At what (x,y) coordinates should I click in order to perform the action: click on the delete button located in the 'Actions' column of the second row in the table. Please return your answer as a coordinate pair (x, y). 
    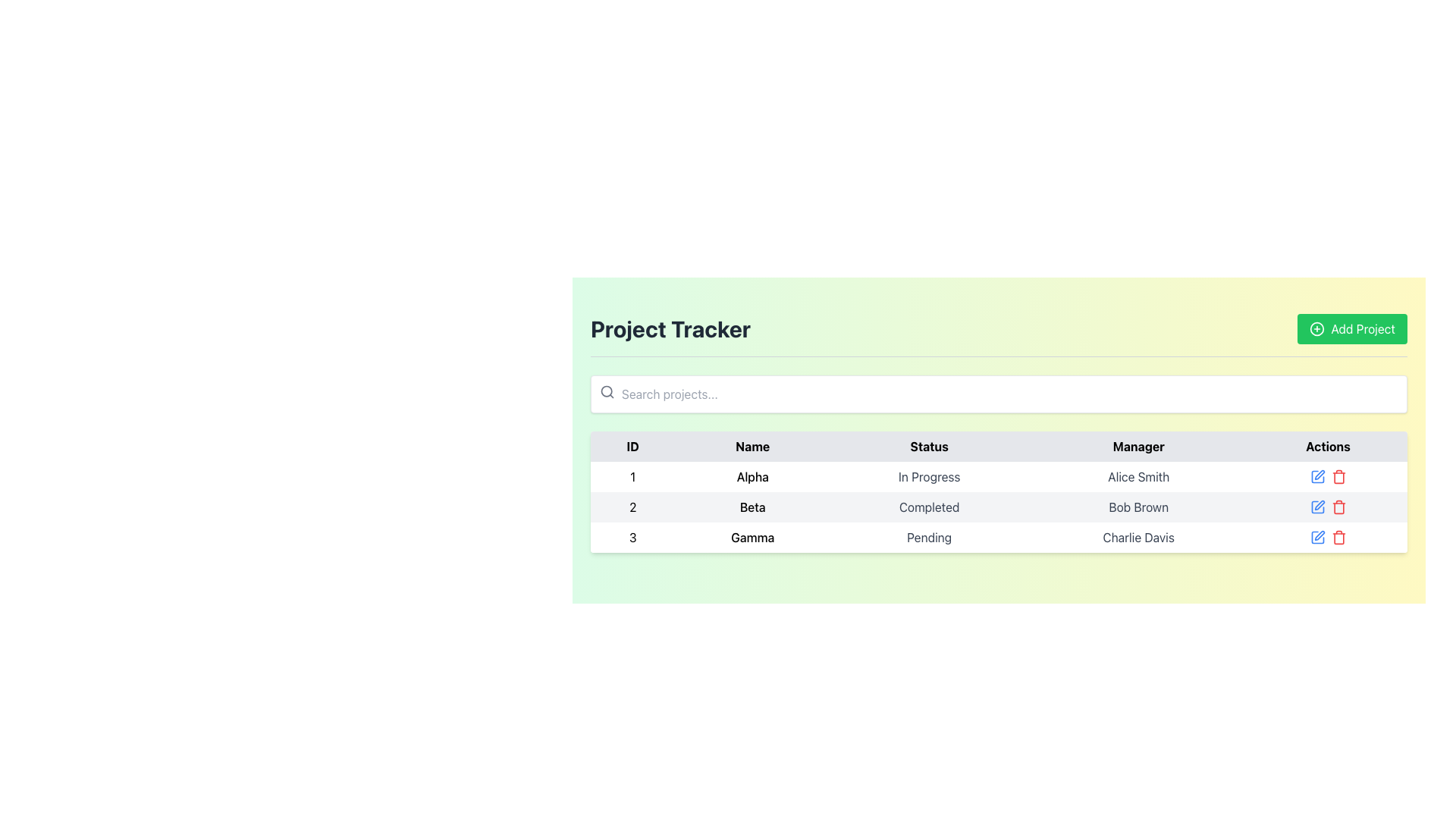
    Looking at the image, I should click on (1338, 507).